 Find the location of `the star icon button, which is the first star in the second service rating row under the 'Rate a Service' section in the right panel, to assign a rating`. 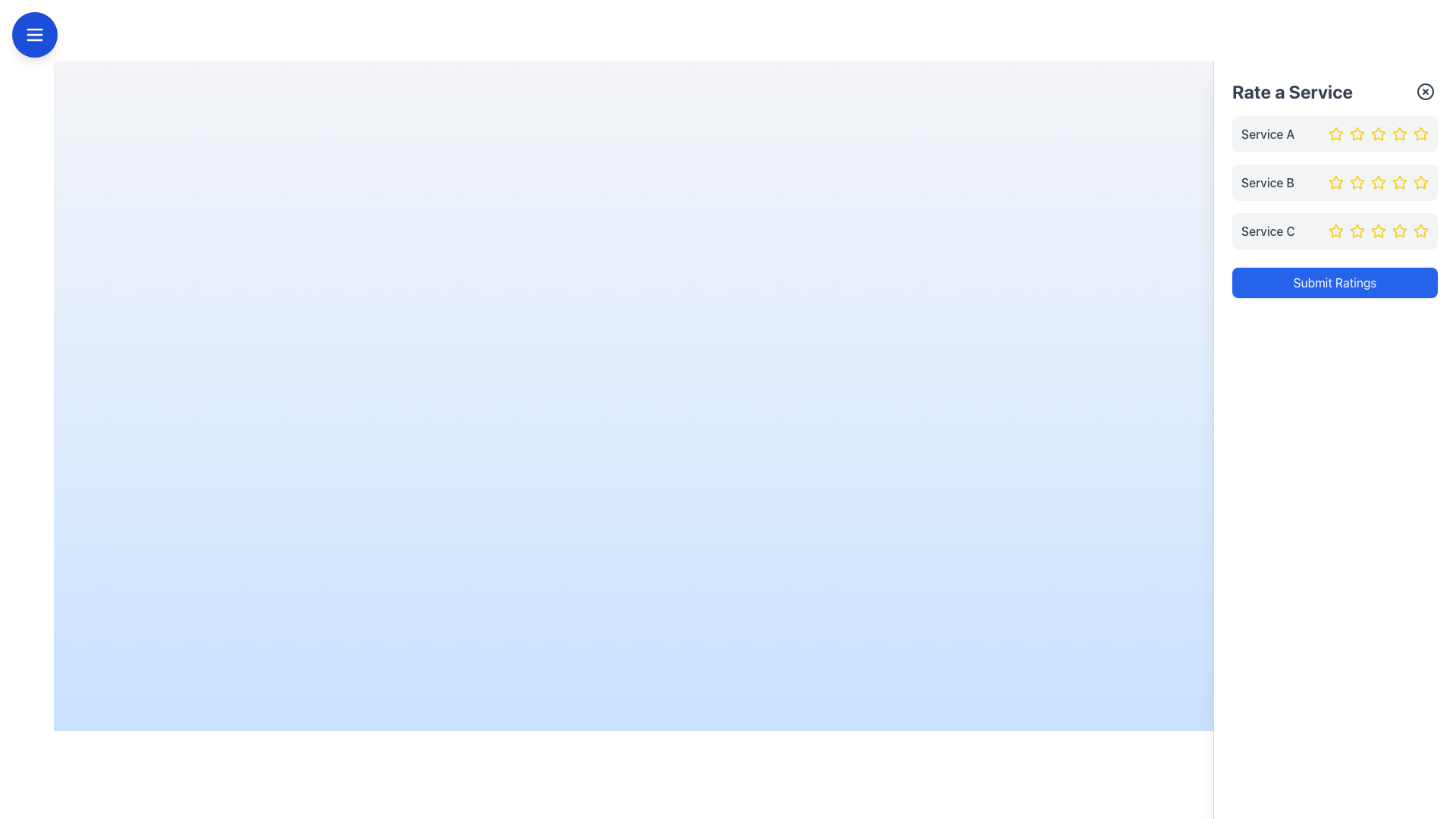

the star icon button, which is the first star in the second service rating row under the 'Rate a Service' section in the right panel, to assign a rating is located at coordinates (1335, 181).